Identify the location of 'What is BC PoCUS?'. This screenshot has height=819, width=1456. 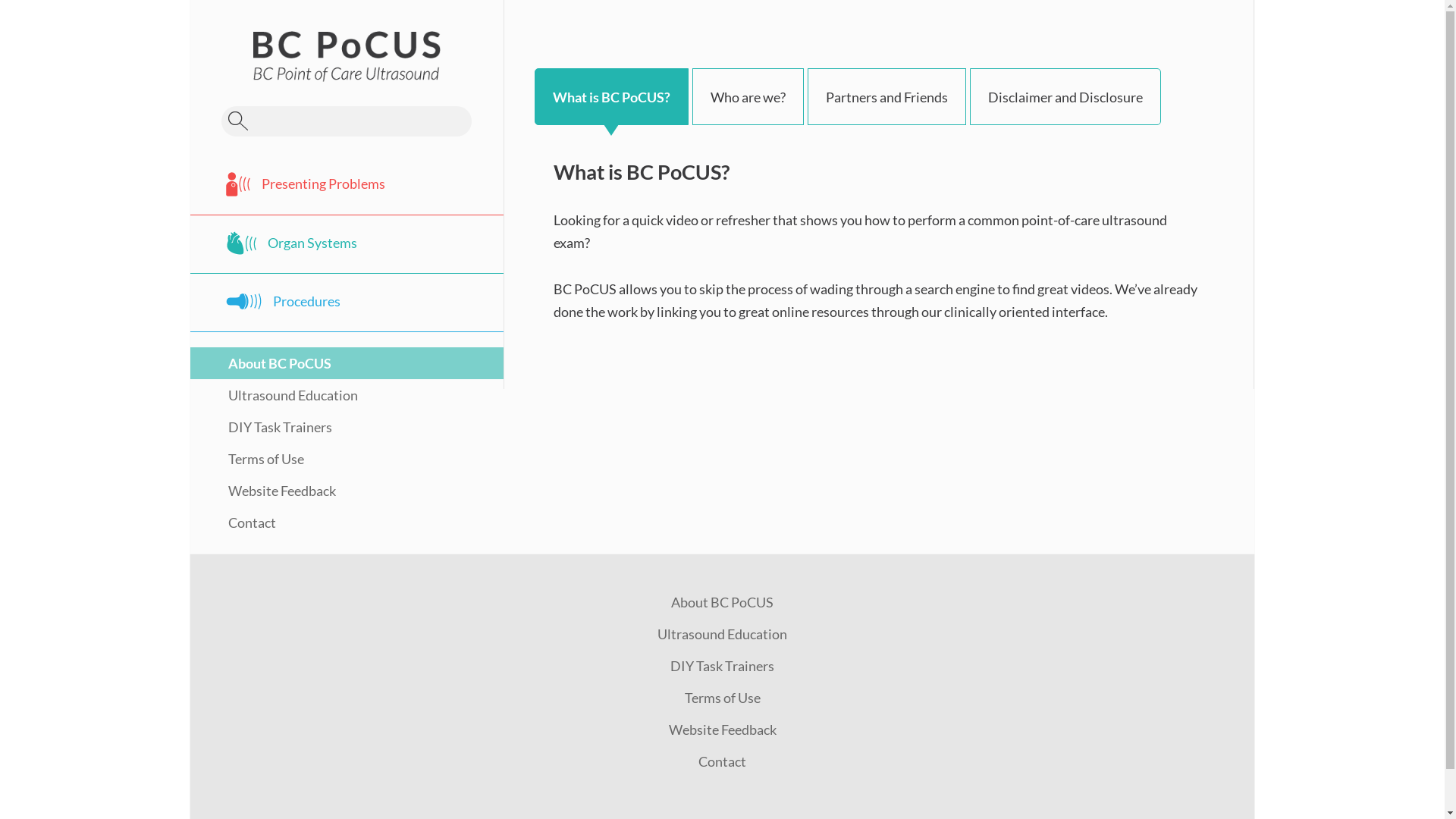
(611, 96).